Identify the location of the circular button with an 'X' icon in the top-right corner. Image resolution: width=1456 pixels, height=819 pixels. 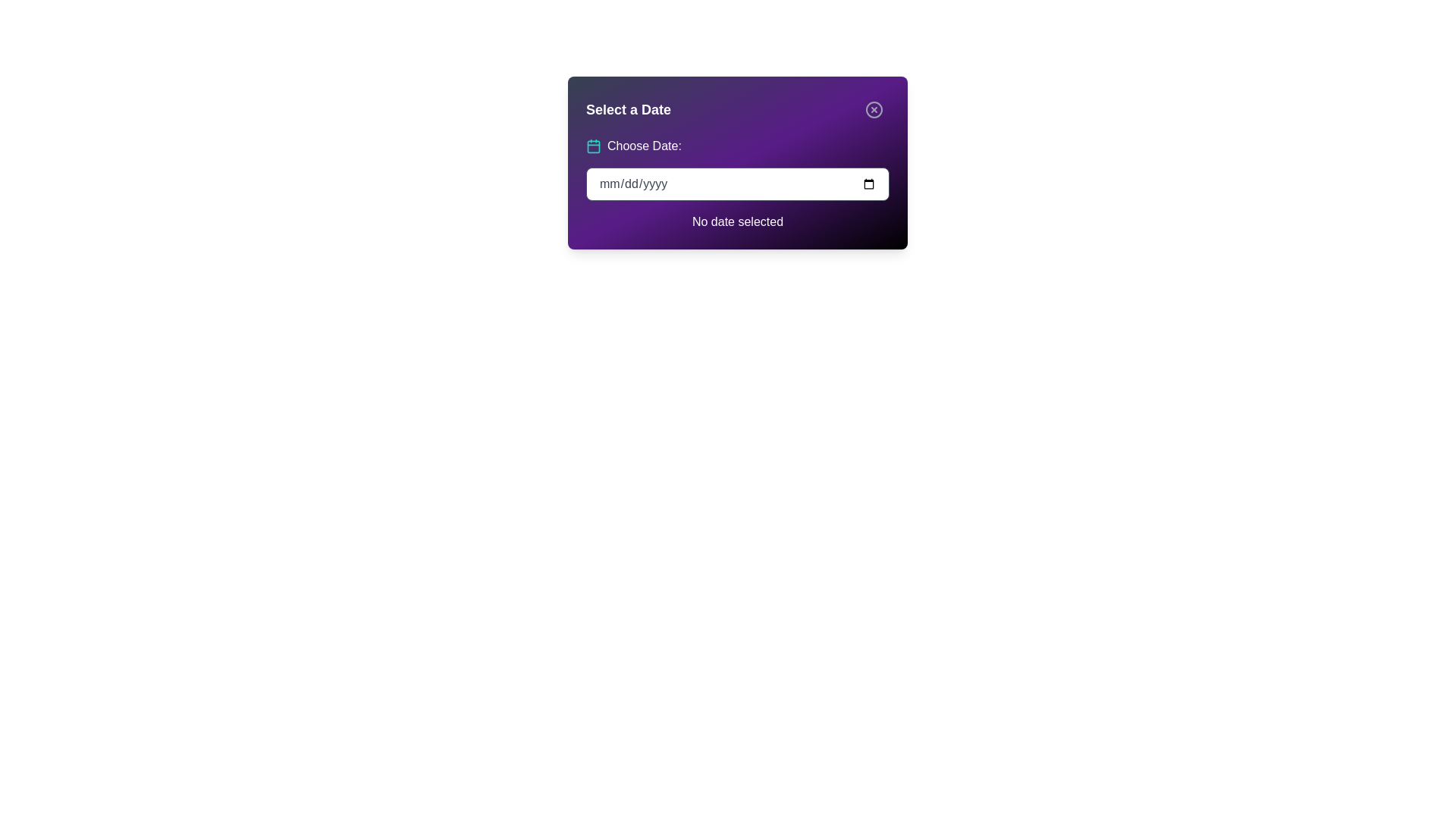
(874, 109).